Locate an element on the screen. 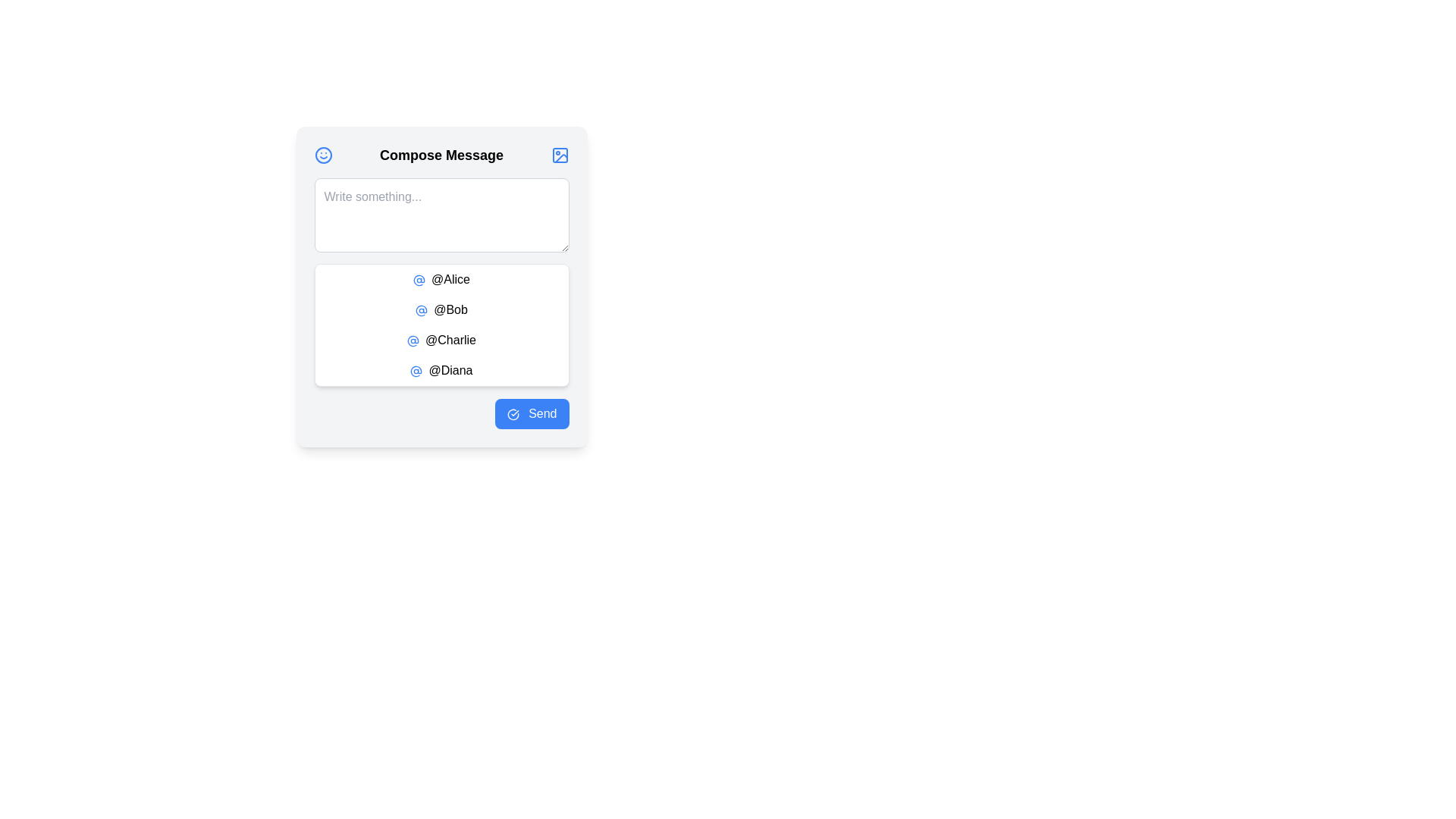 The image size is (1456, 819). the circular graphical component which is the outermost circle of the smiley face icon located at the top left corner of the 'Compose Message' panel is located at coordinates (322, 155).